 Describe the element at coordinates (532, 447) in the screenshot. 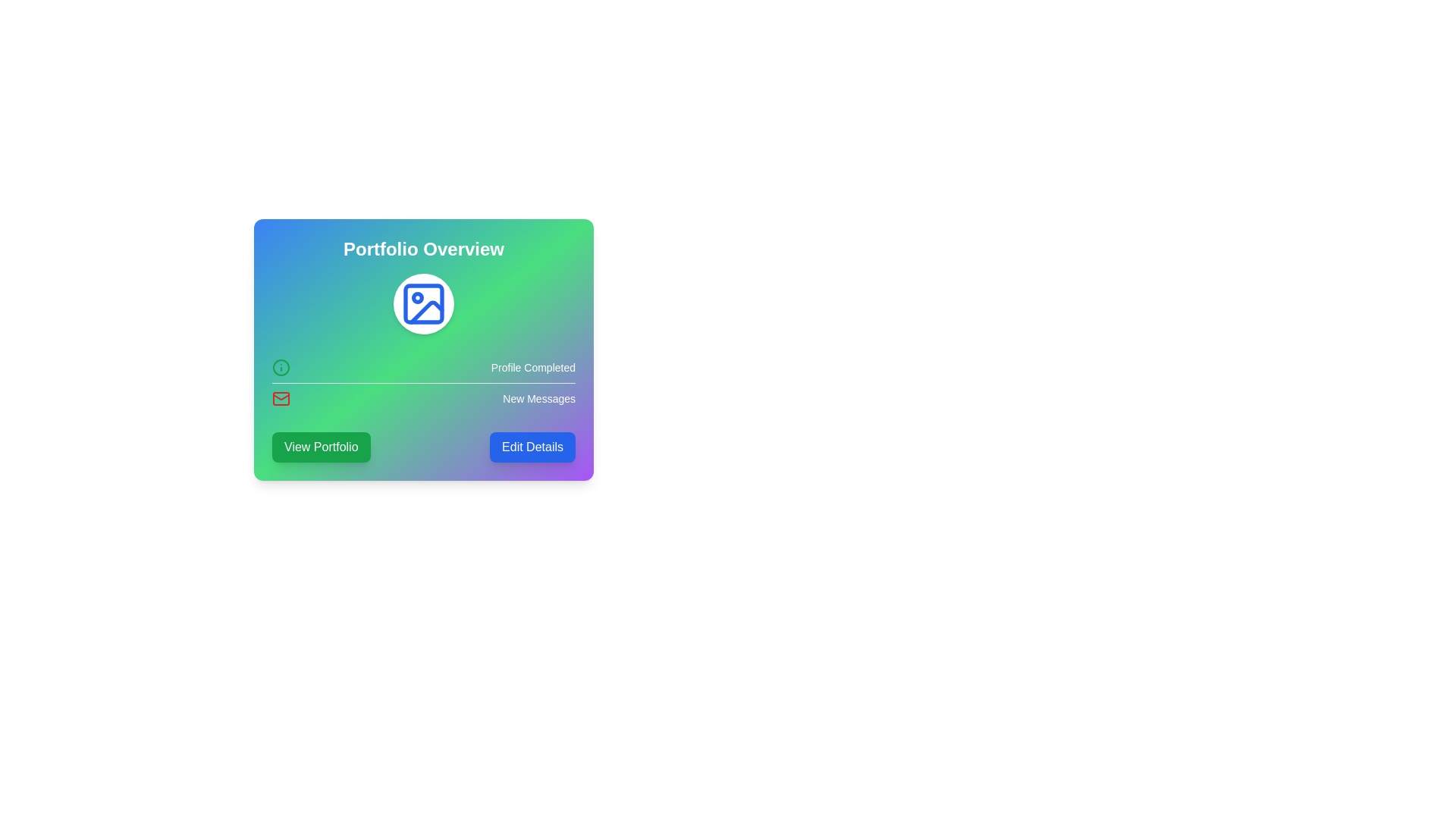

I see `the 'Edit Details' button, which is the second button in a horizontal group, styled in blue with white text, positioned to the right of the 'View Portfolio' button` at that location.